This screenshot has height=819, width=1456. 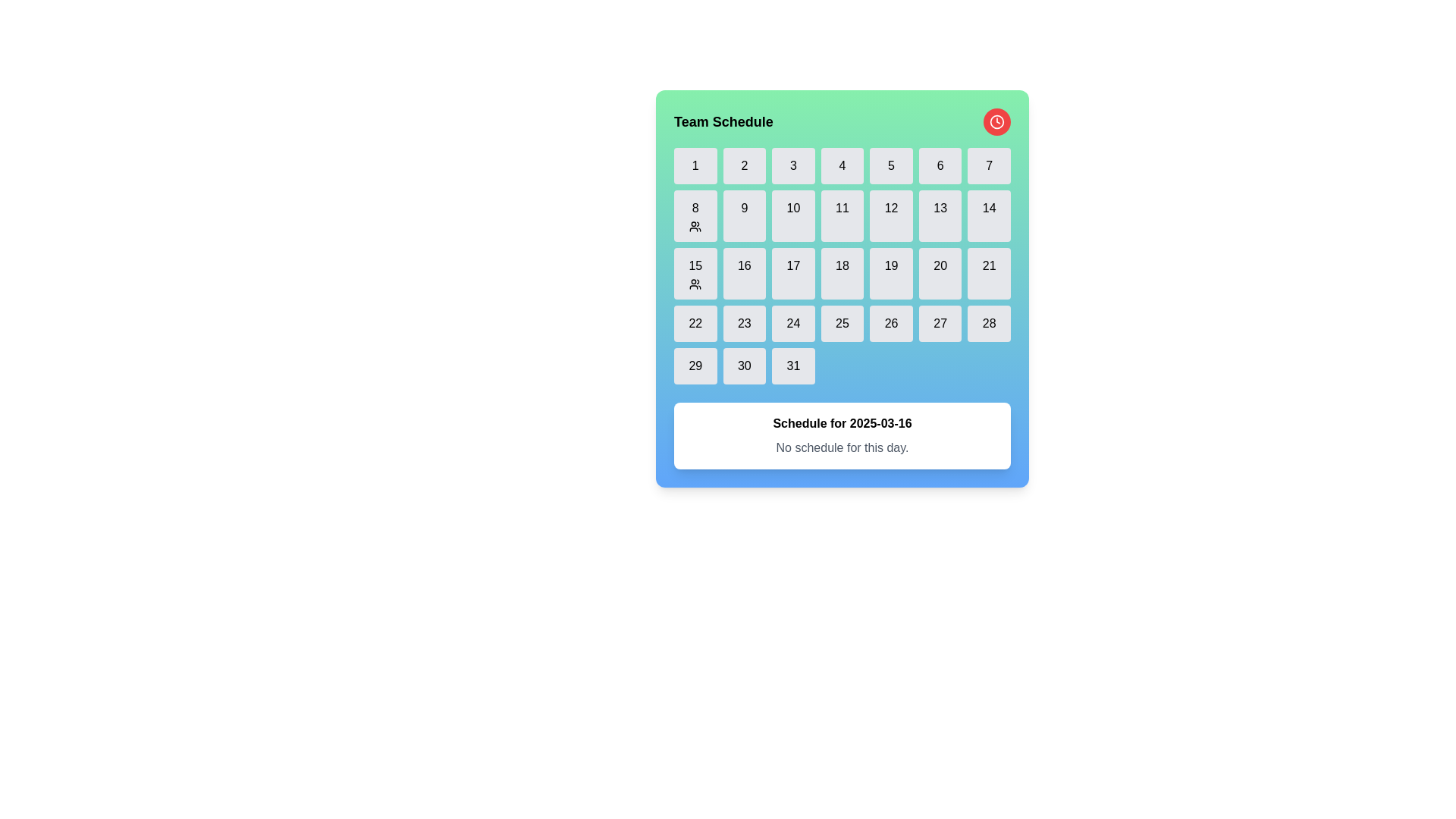 What do you see at coordinates (744, 265) in the screenshot?
I see `the date label indicating the day of the week in the calendar interface located in the third row and second column, which is positioned between the cells containing '15' and '17'` at bounding box center [744, 265].